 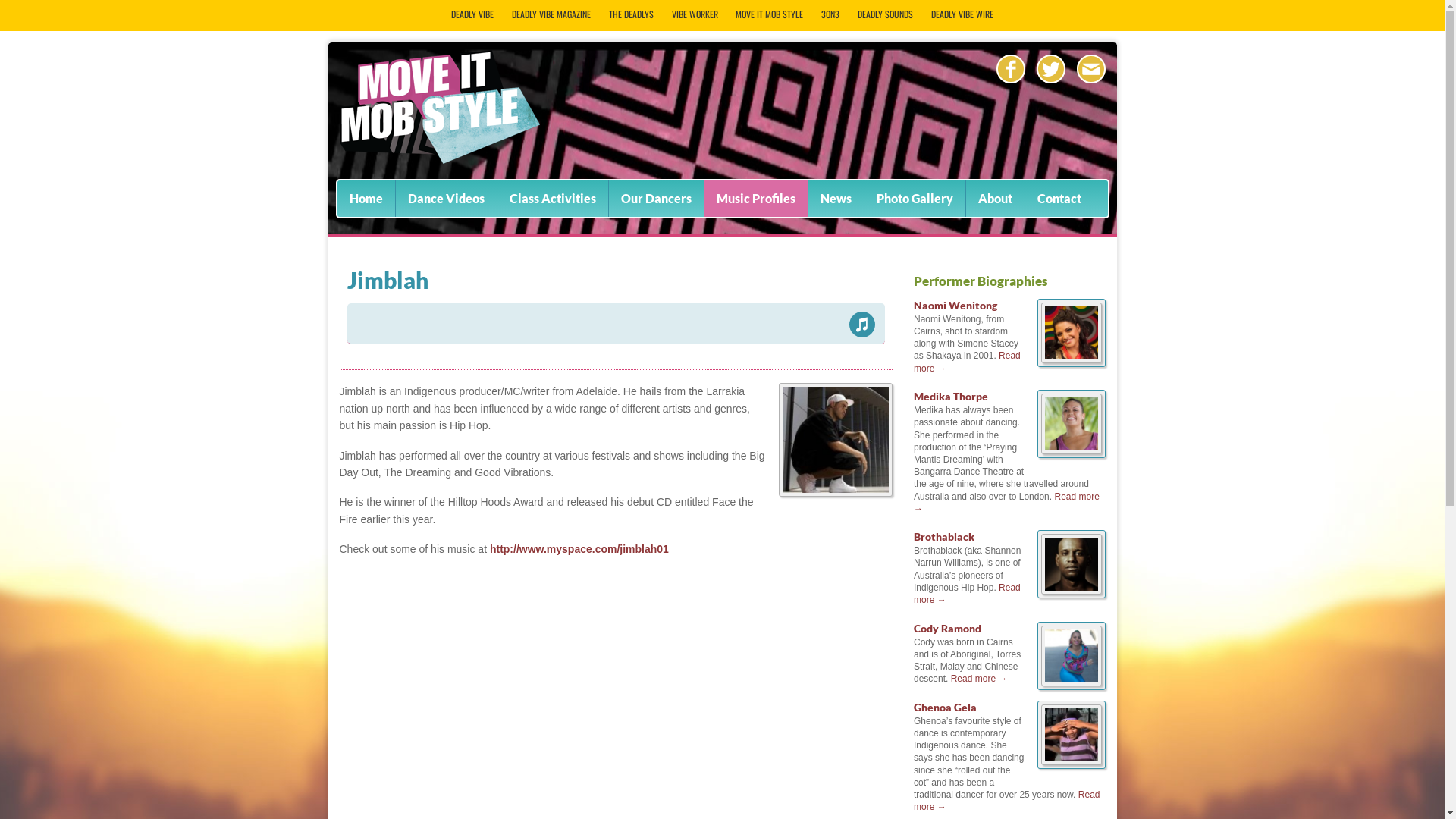 I want to click on 'Contact', so click(x=1058, y=198).